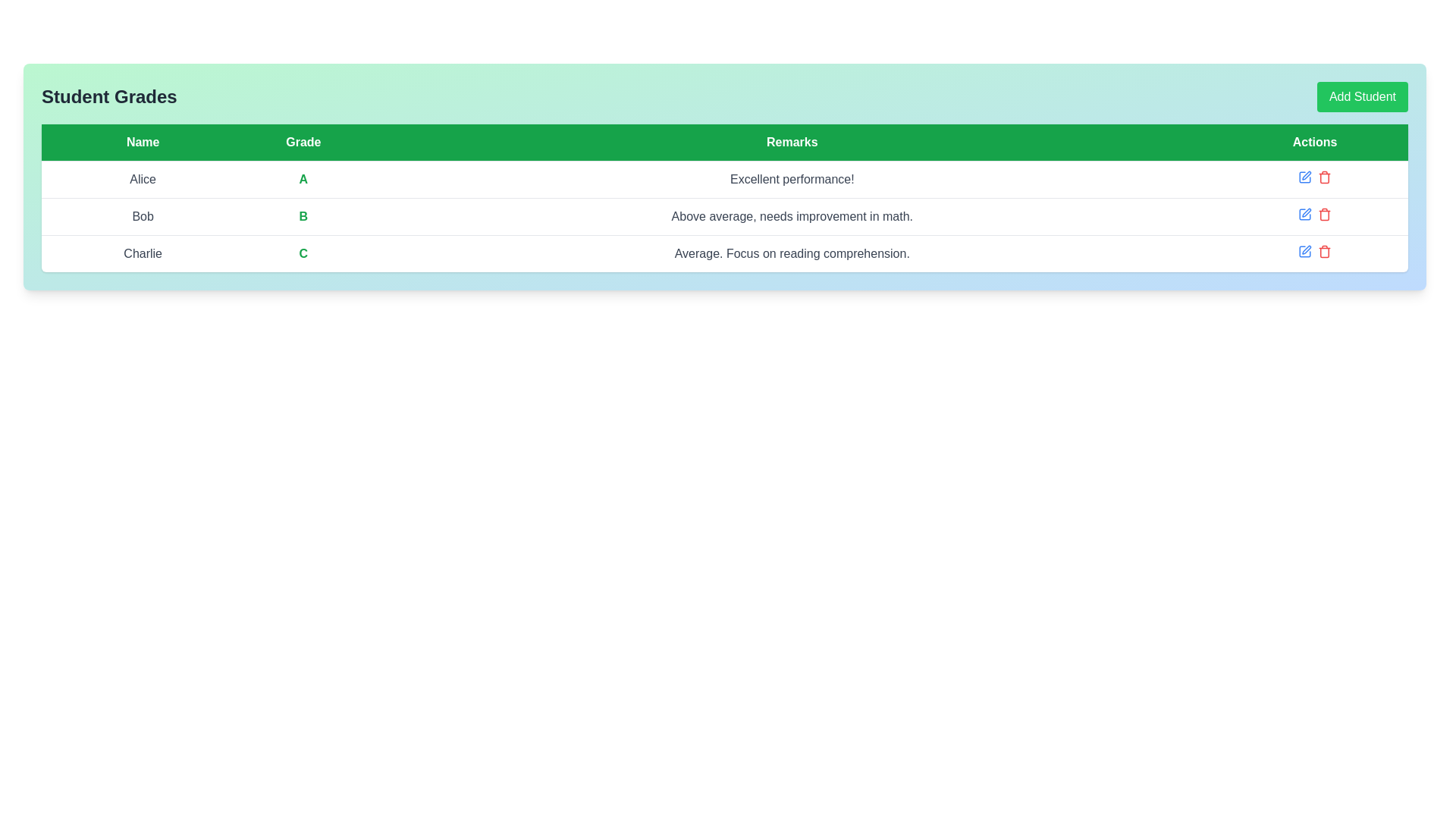 This screenshot has height=819, width=1456. What do you see at coordinates (303, 178) in the screenshot?
I see `the bold green 'A' character in the 'Grade' column for the student named 'Alice' in the first row of the Student Grades table` at bounding box center [303, 178].